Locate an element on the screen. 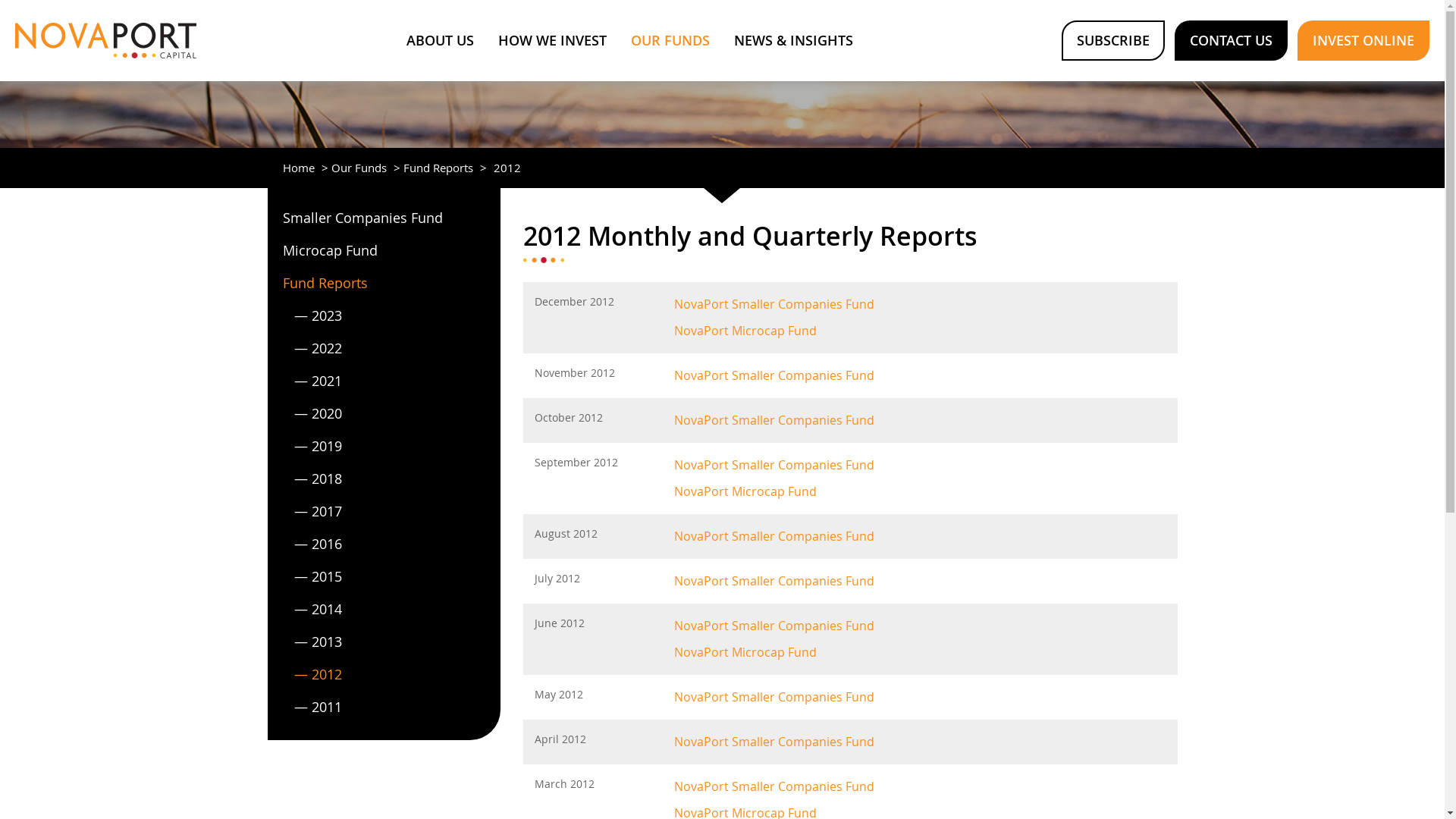 The width and height of the screenshot is (1456, 819). 'NovaPort Microcap Fund' is located at coordinates (745, 329).